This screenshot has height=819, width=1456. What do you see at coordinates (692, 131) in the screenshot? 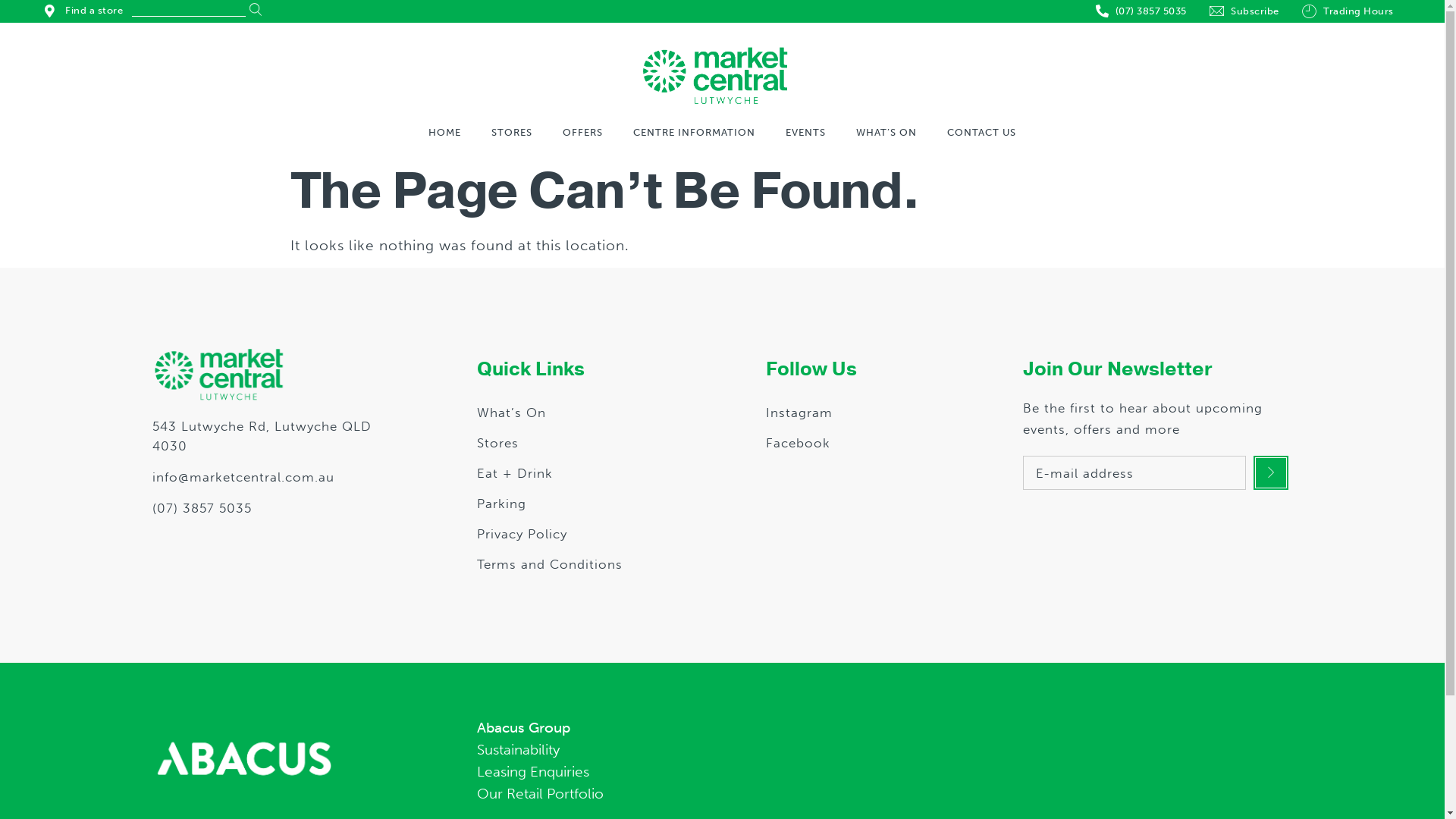
I see `'CENTRE INFORMATION'` at bounding box center [692, 131].